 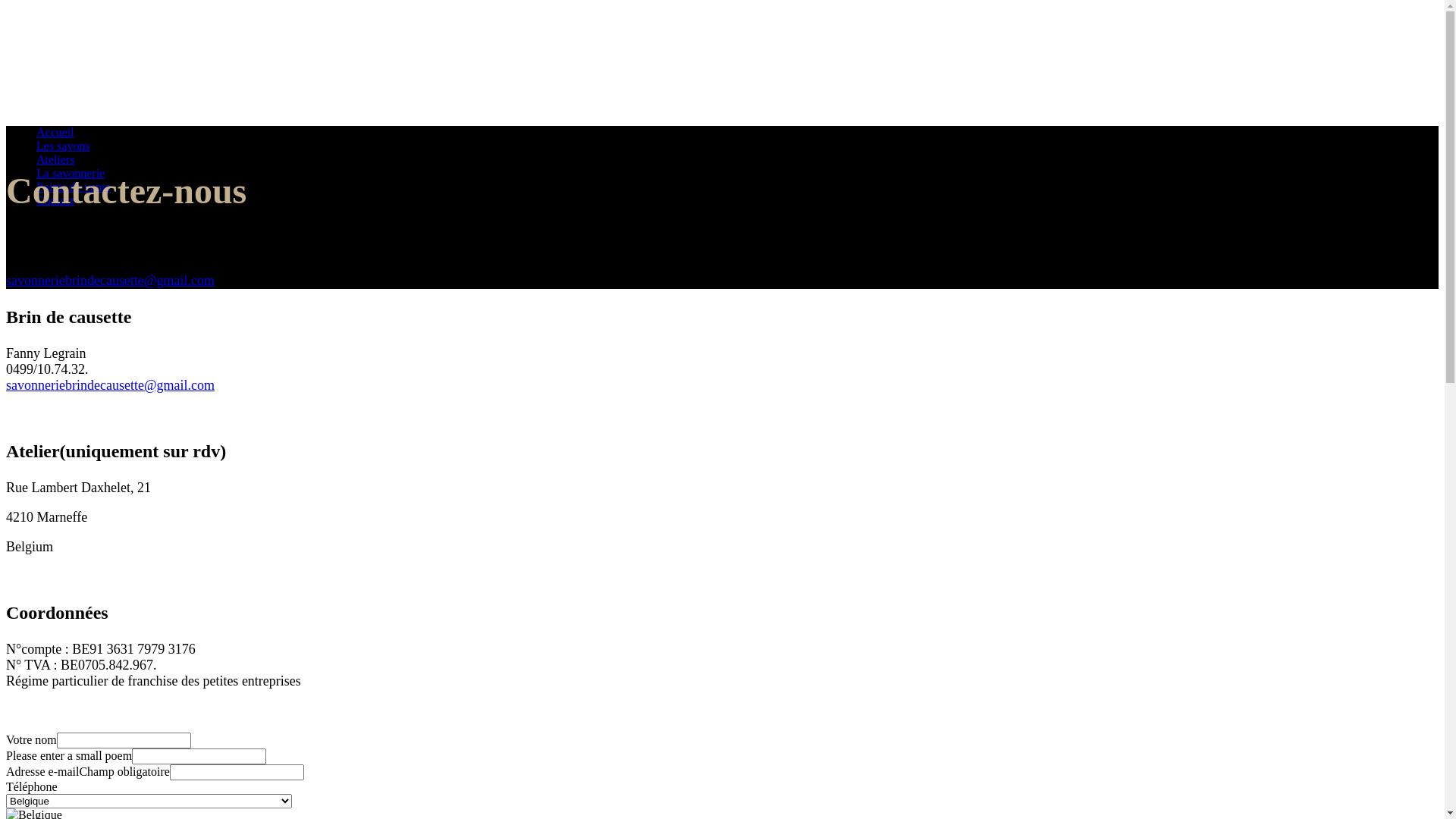 What do you see at coordinates (109, 384) in the screenshot?
I see `'savonneriebrindecausette@gmail.com'` at bounding box center [109, 384].